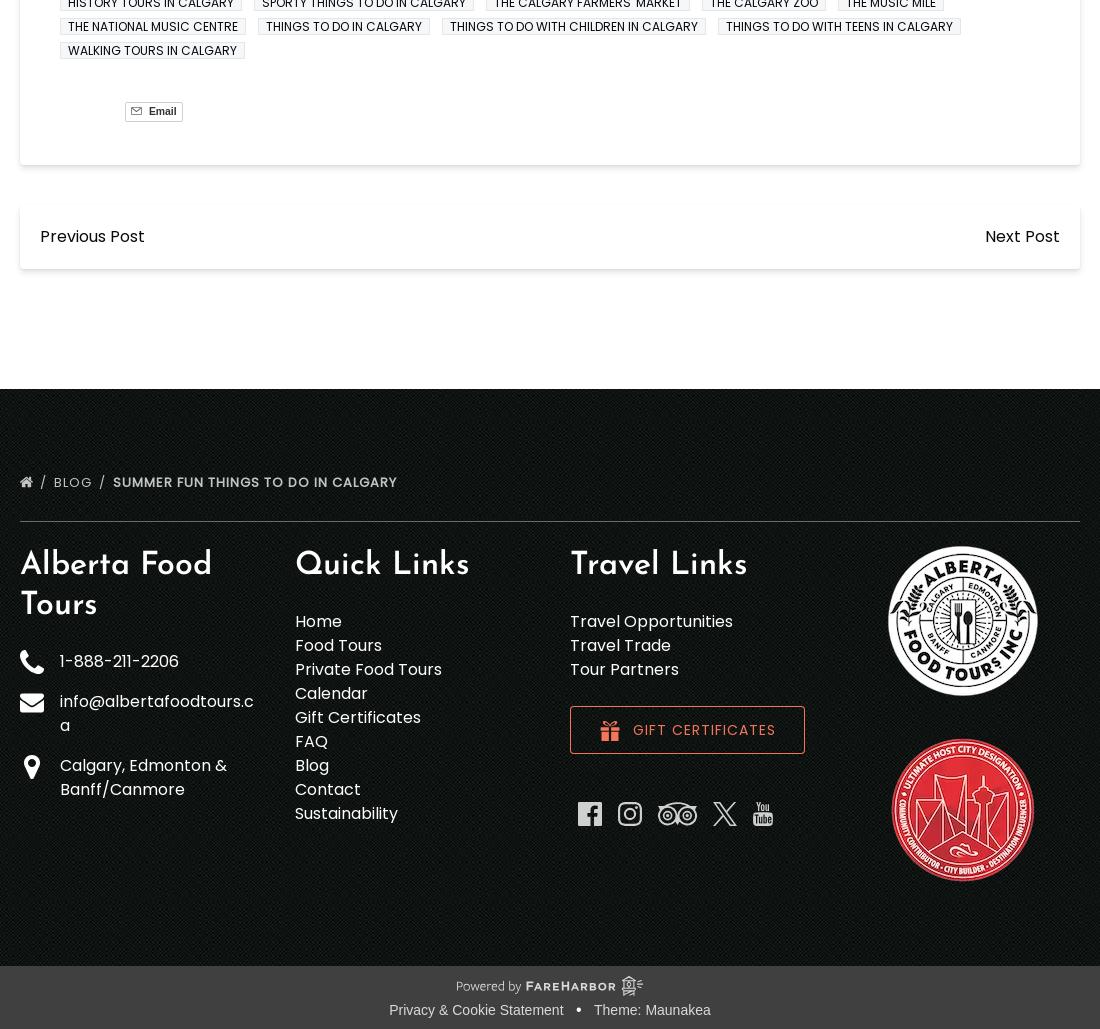  Describe the element at coordinates (330, 691) in the screenshot. I see `'Calendar'` at that location.